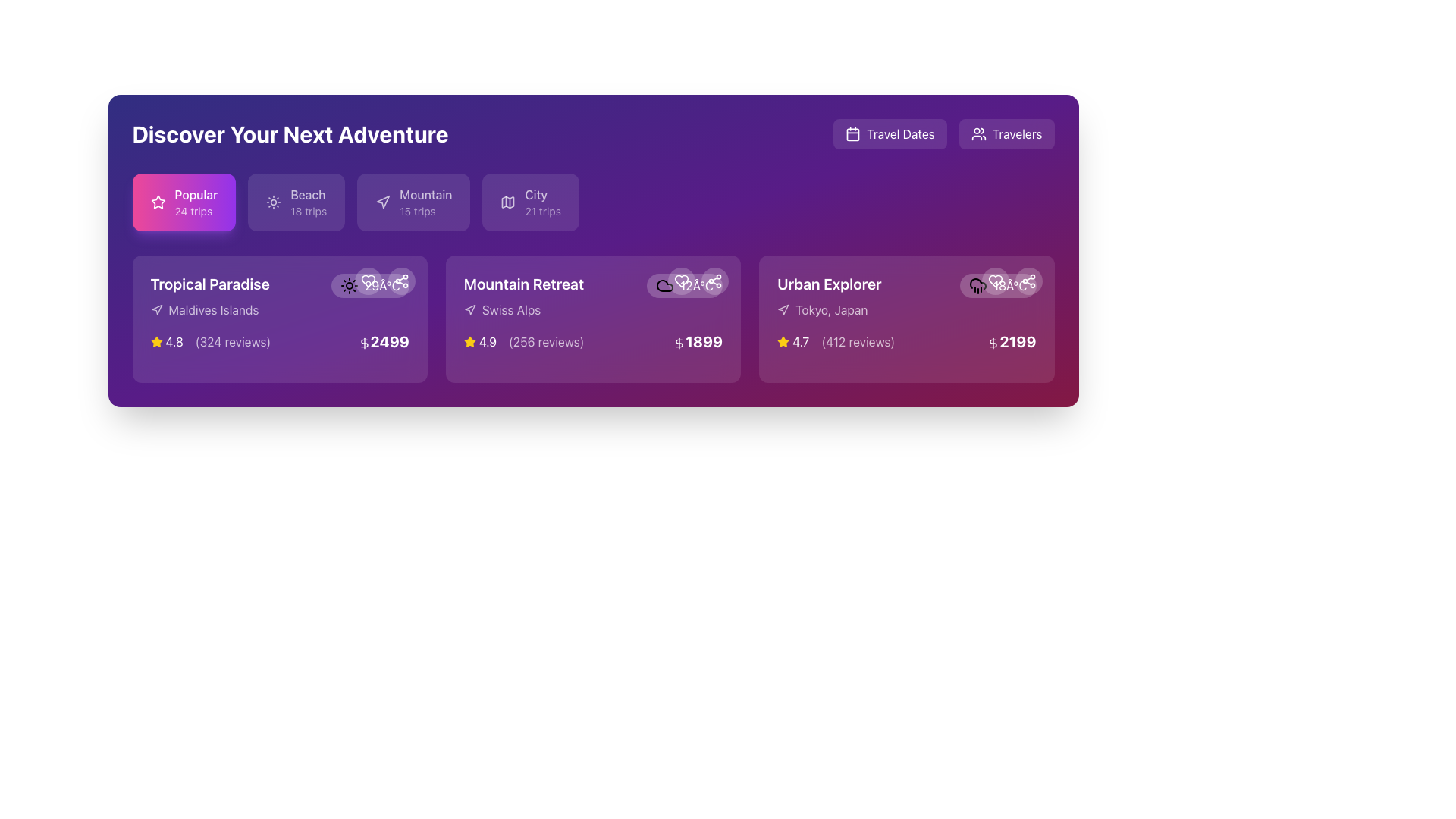 The width and height of the screenshot is (1456, 819). I want to click on the title and subtitle text information block for the first travel destination under the 'Discover Your Next Adventure' section, so click(209, 296).